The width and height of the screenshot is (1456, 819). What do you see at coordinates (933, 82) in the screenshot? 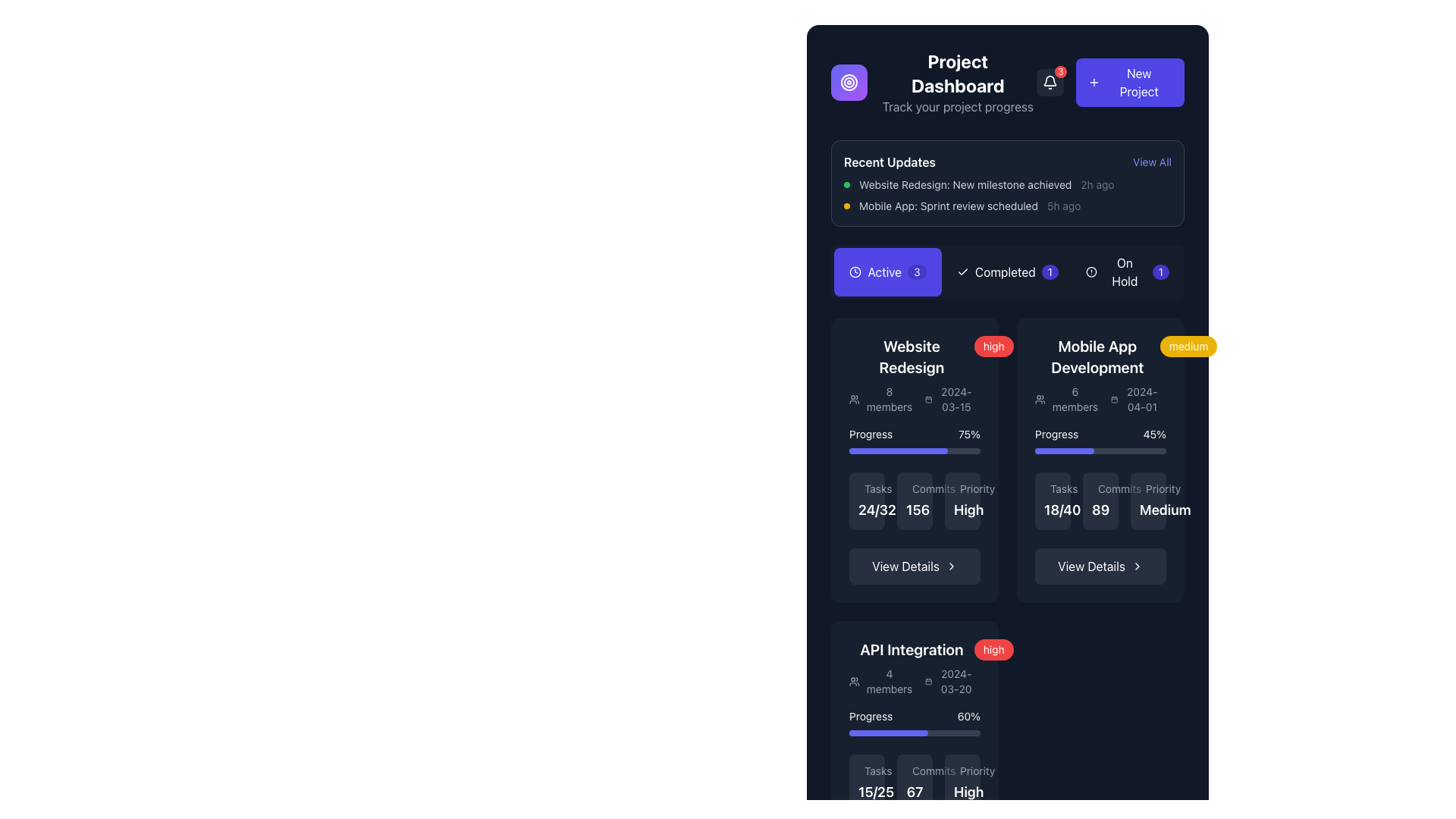
I see `the 'Project Dashboard' heading, which features a bold title and a subtitle in gray, along with a decorative icon on its left side` at bounding box center [933, 82].